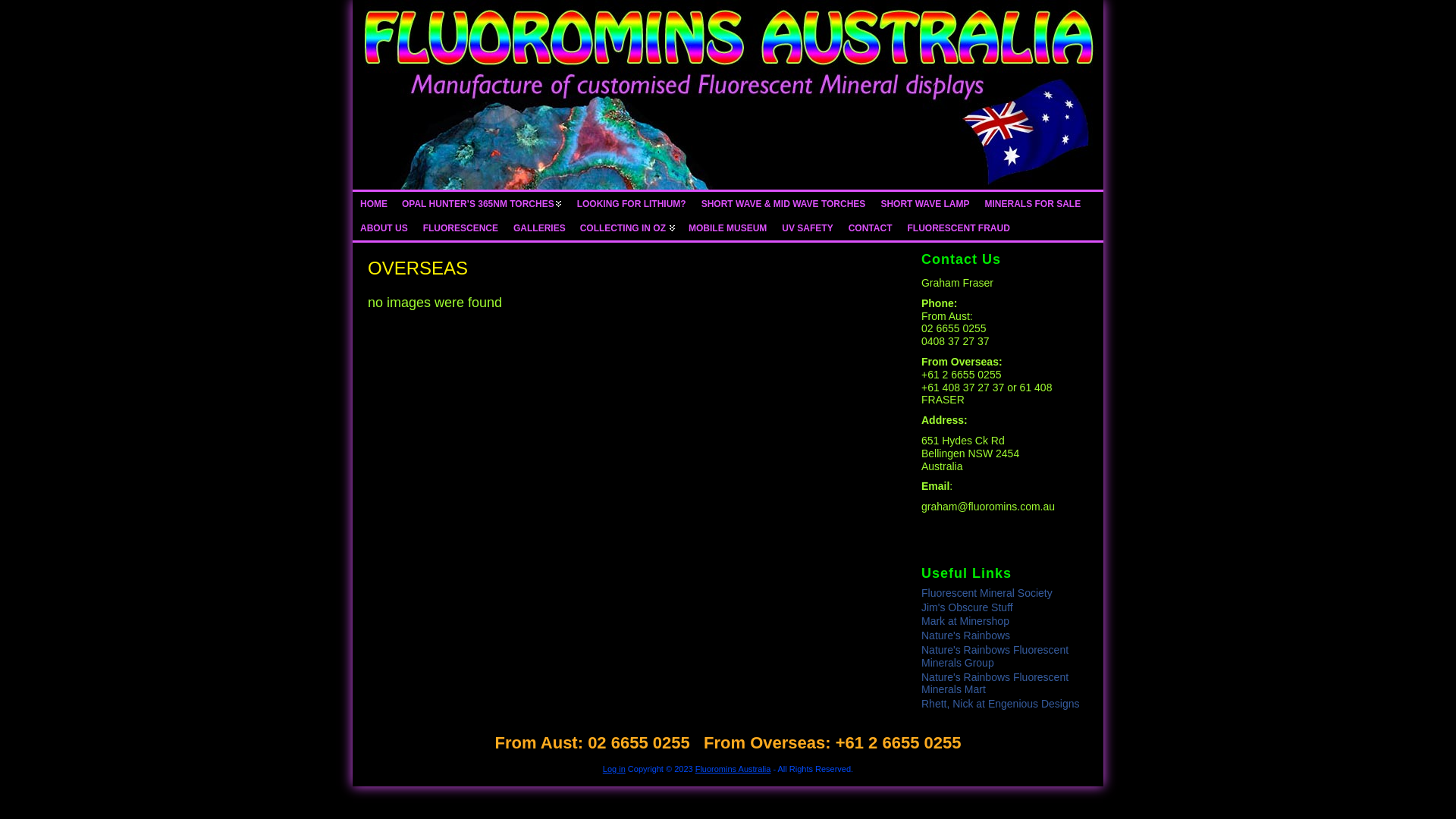 The height and width of the screenshot is (819, 1456). I want to click on 'Jim's Obscure Stuff', so click(920, 607).